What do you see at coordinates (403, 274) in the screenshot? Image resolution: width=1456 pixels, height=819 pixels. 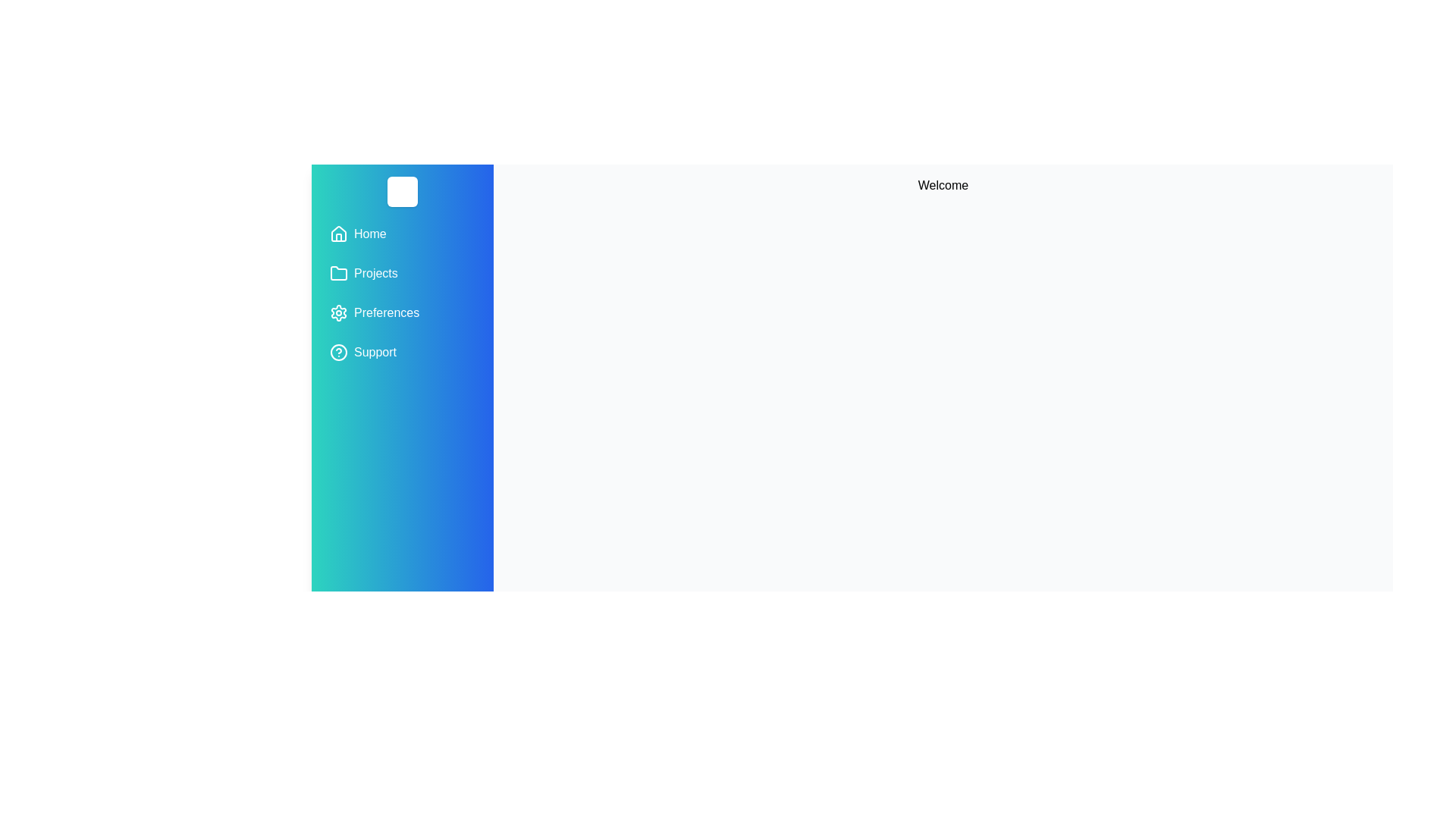 I see `the menu item Projects from the drawer` at bounding box center [403, 274].